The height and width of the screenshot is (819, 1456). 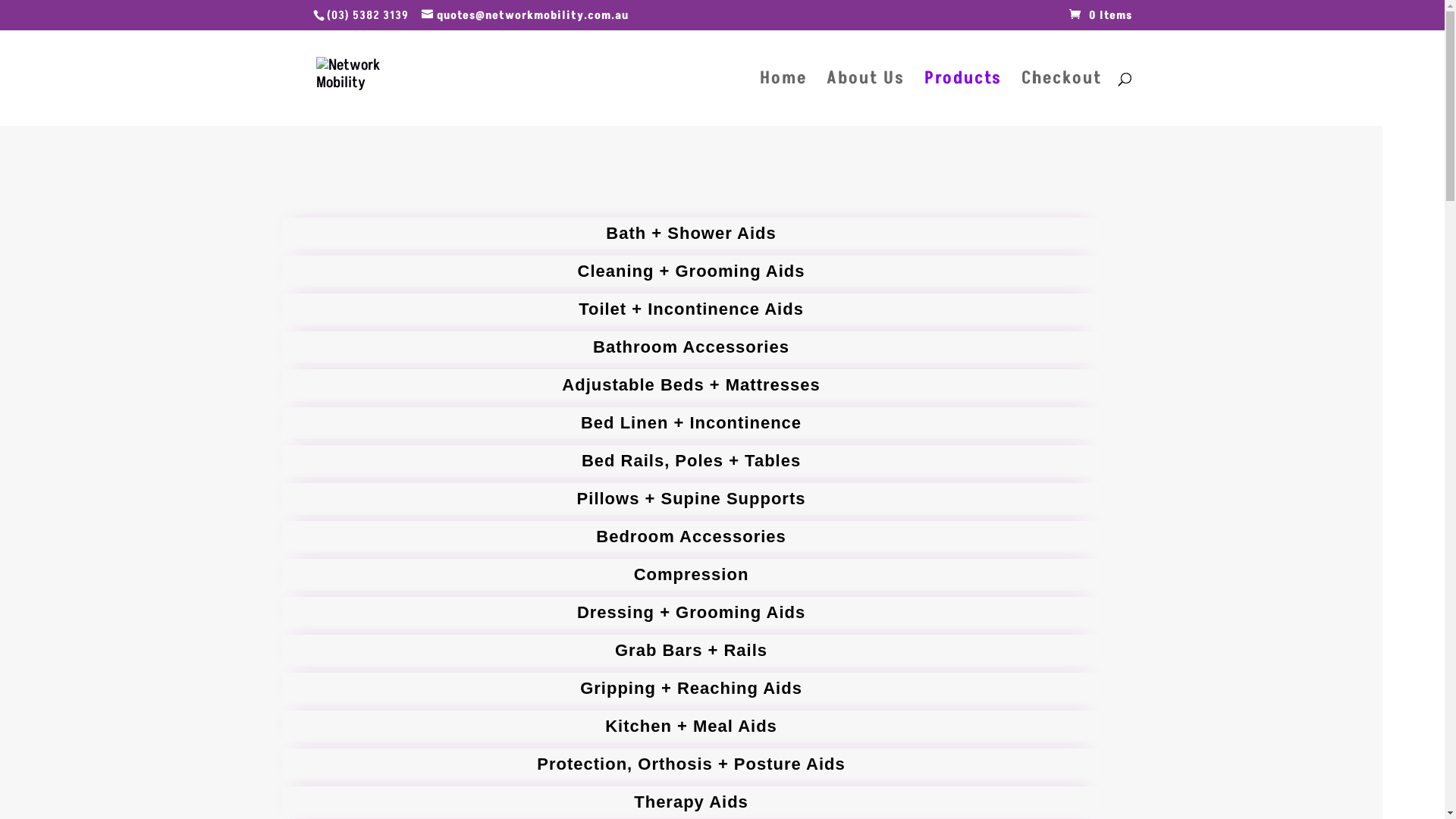 I want to click on 'Compression', so click(x=691, y=575).